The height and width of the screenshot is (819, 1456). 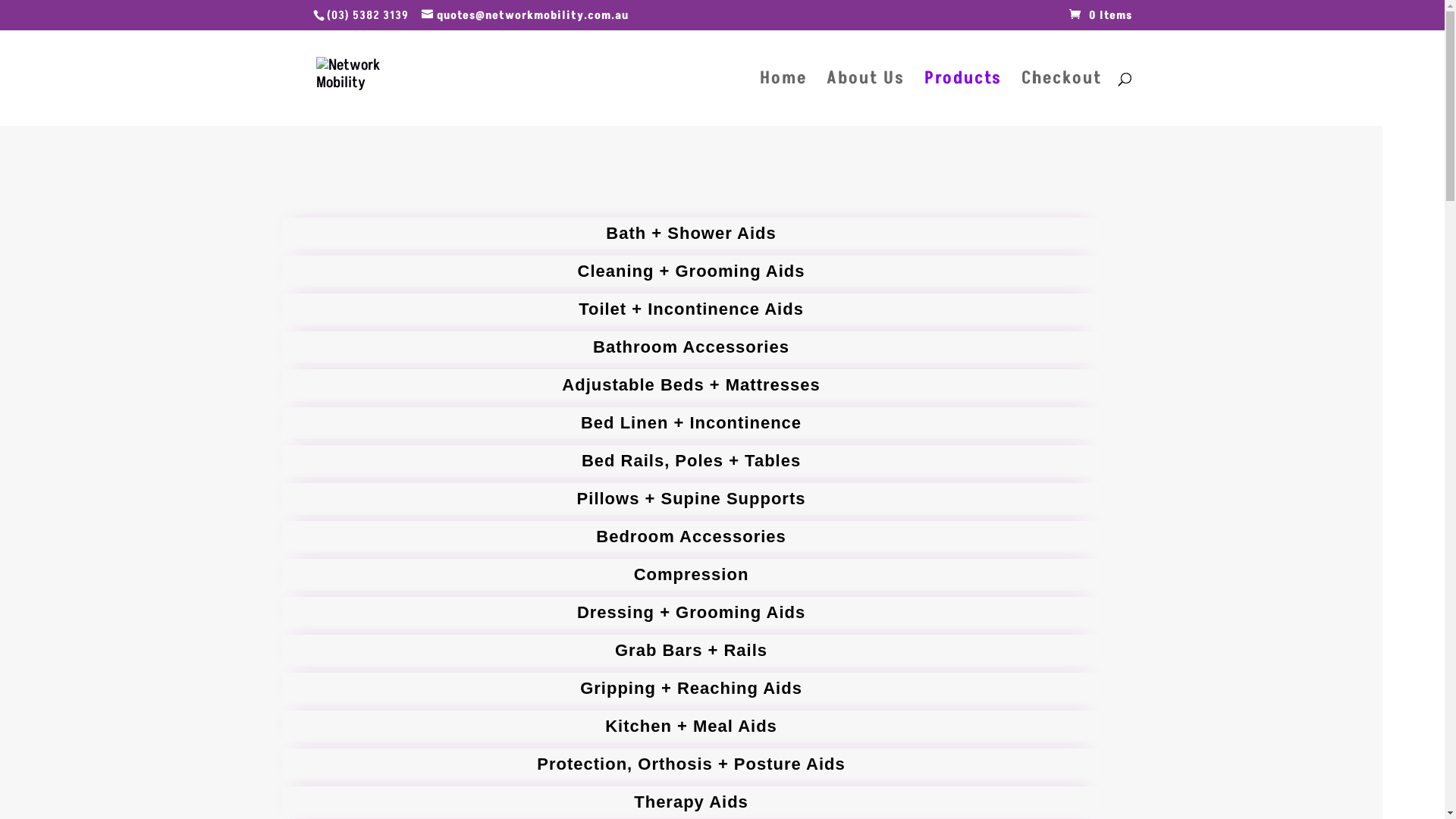 I want to click on 'Compression', so click(x=691, y=575).